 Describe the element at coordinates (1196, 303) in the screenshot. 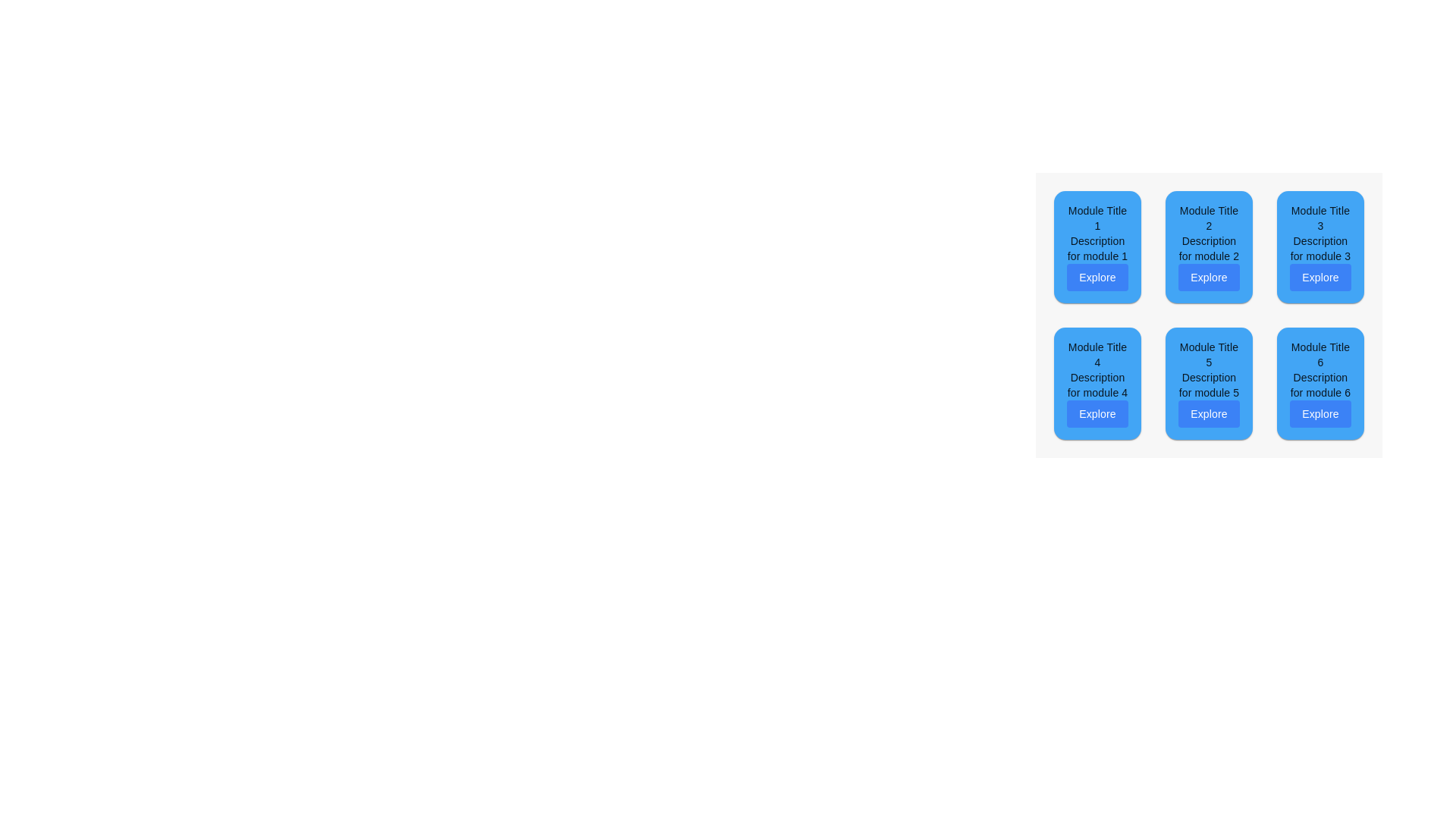

I see `the 'Explore' button inside the module box that provides information and an associated action, located centrally within the grid as the second element in the top row` at that location.